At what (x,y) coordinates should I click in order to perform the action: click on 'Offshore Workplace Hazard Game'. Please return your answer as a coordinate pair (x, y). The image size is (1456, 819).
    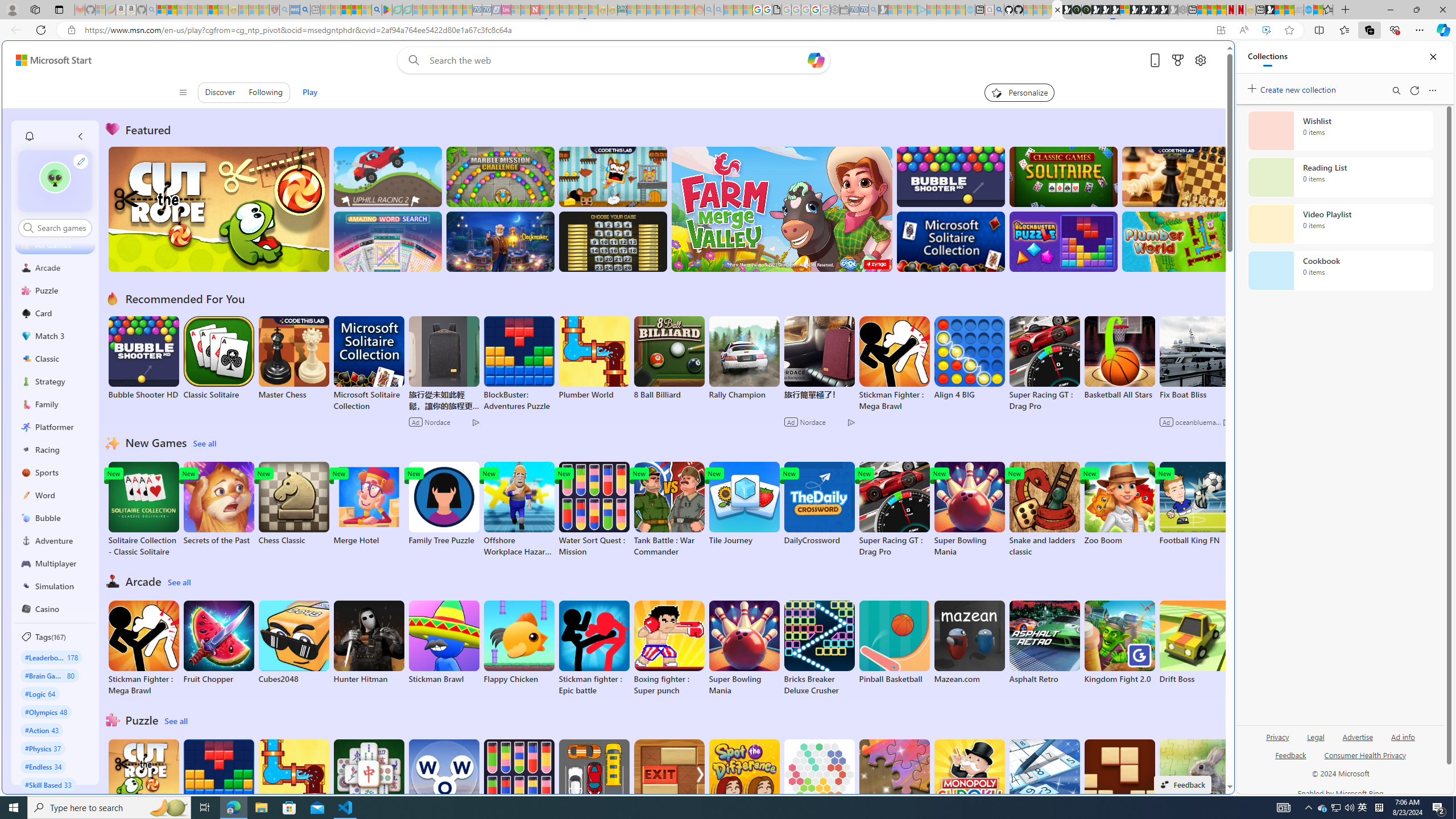
    Looking at the image, I should click on (519, 510).